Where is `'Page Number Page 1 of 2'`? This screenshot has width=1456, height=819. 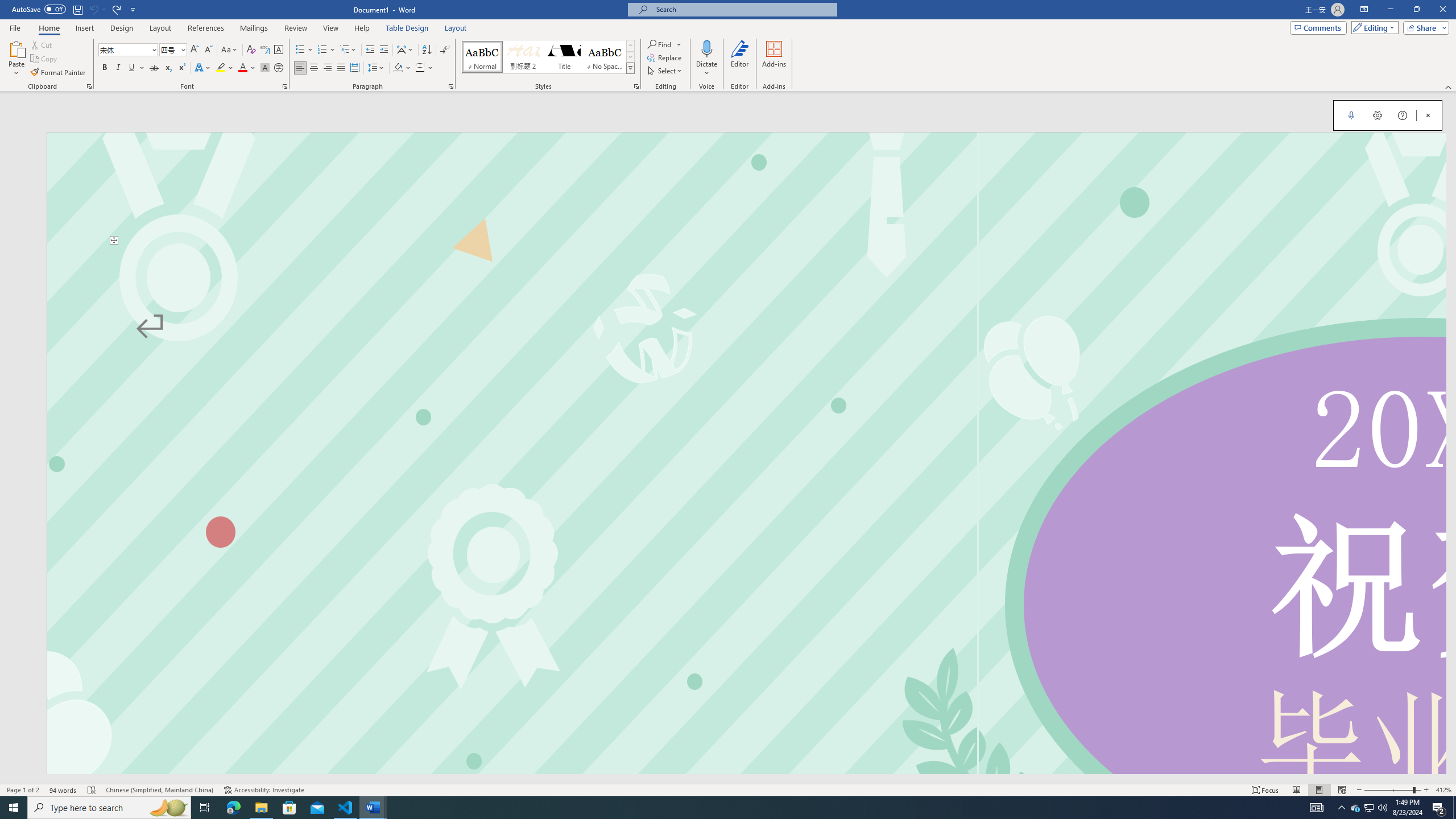 'Page Number Page 1 of 2' is located at coordinates (23, 790).